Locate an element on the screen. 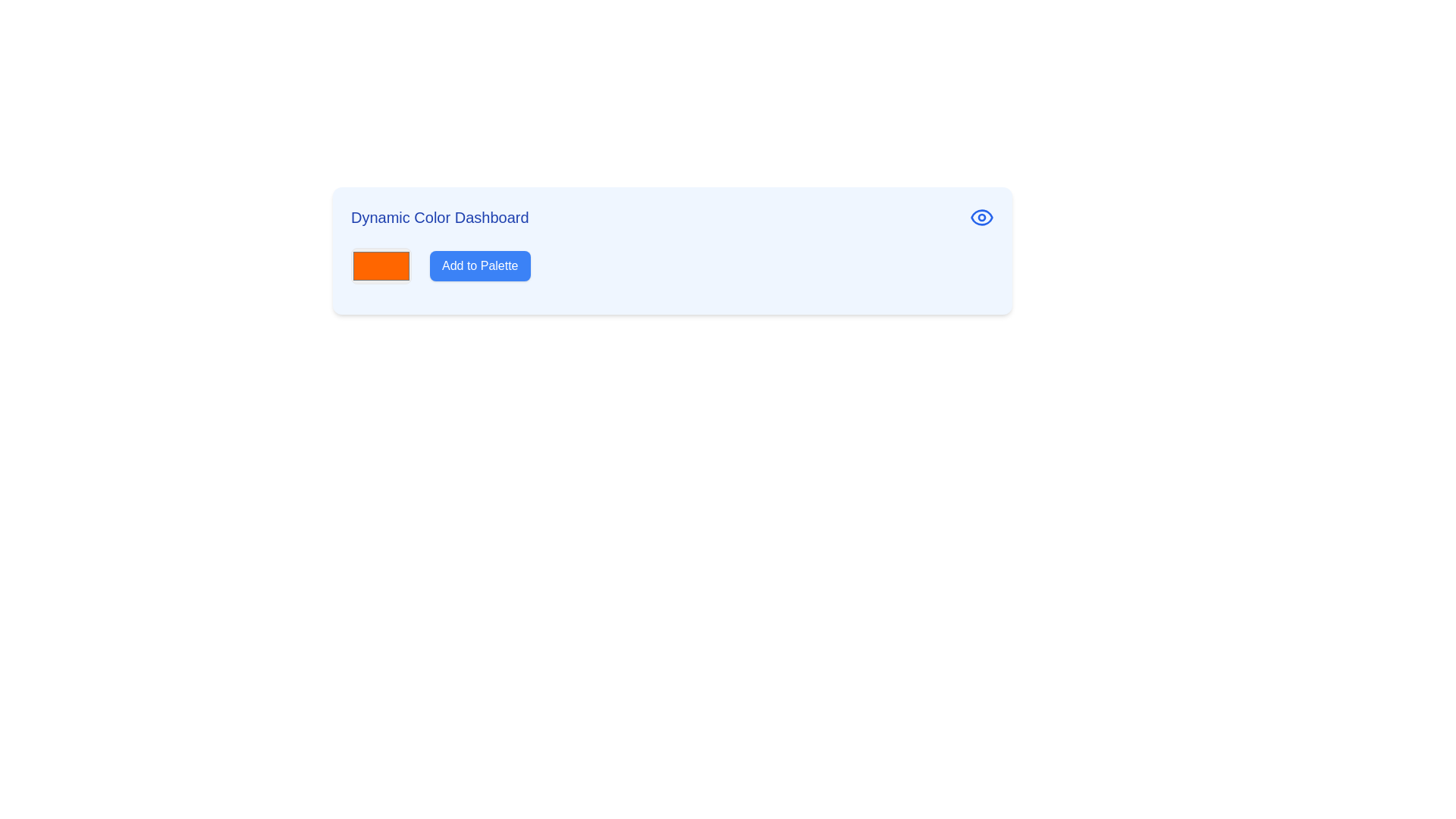 The width and height of the screenshot is (1456, 819). the Color selection box with the color '#FF6600' in the Dynamic Color Dashboard is located at coordinates (381, 265).